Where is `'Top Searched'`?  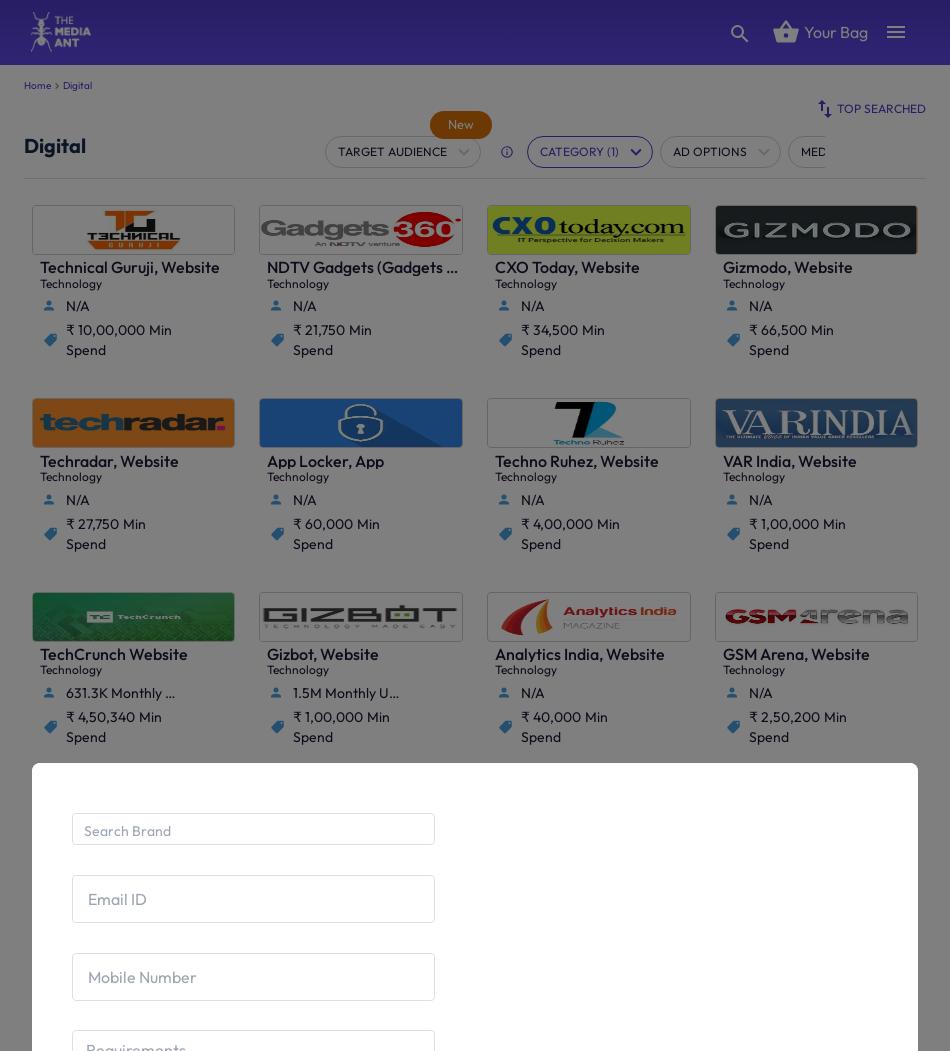
'Top Searched' is located at coordinates (880, 107).